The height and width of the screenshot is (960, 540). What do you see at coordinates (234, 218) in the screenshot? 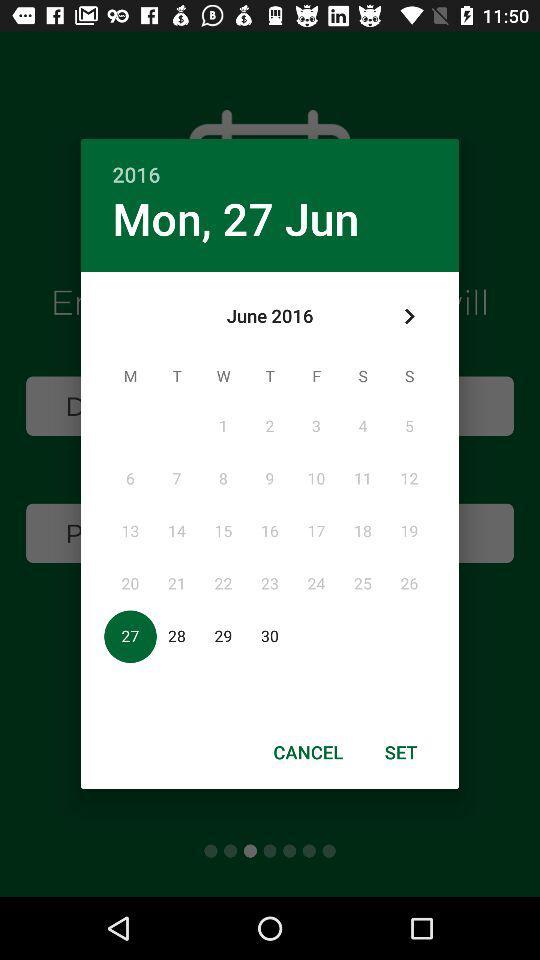
I see `mon, 27 jun item` at bounding box center [234, 218].